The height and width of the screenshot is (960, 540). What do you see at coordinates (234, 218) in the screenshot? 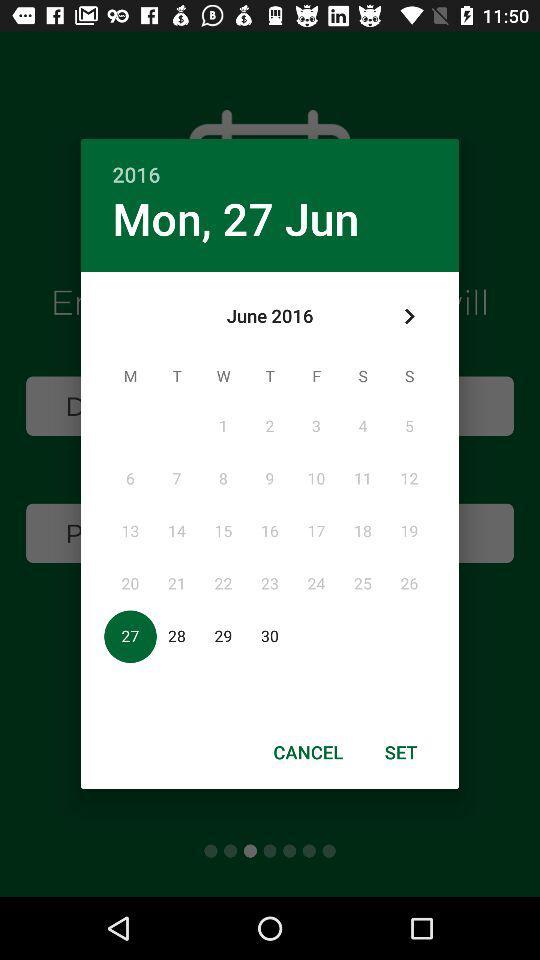
I see `mon, 27 jun item` at bounding box center [234, 218].